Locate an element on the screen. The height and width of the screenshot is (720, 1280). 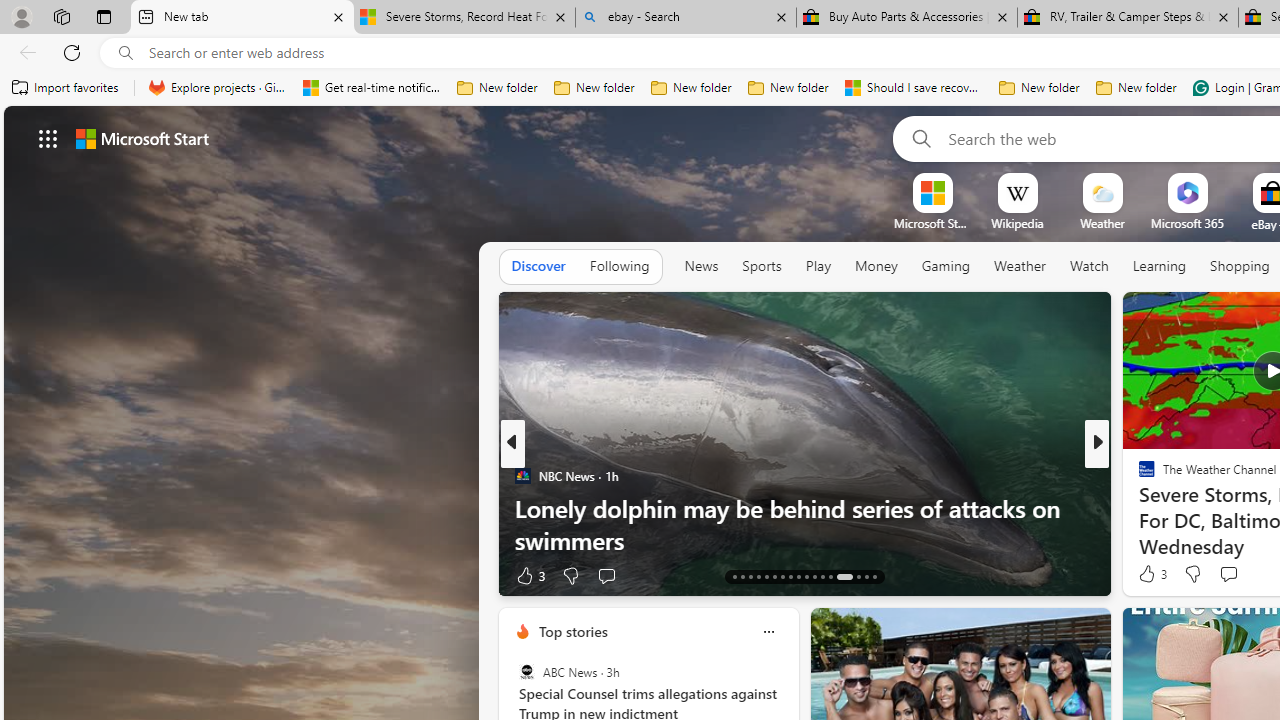
'New folder' is located at coordinates (1136, 87).